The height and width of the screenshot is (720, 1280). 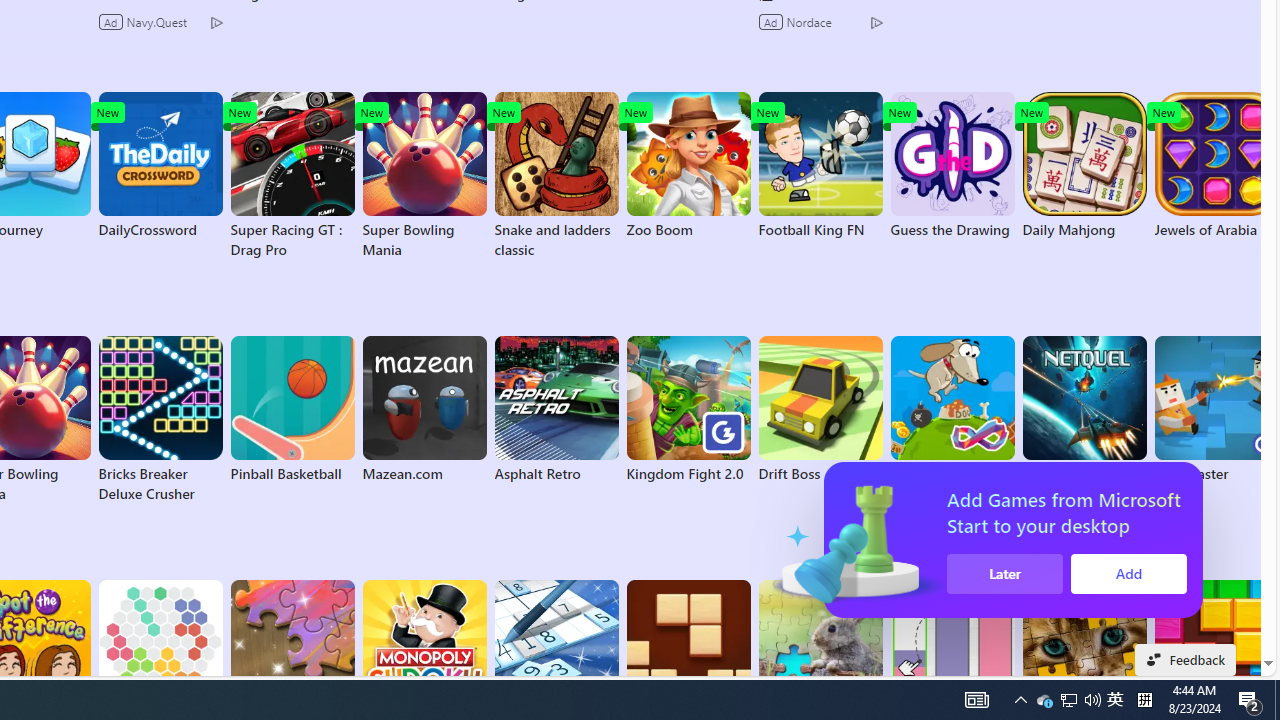 What do you see at coordinates (1215, 409) in the screenshot?
I see `'Gun Master'` at bounding box center [1215, 409].